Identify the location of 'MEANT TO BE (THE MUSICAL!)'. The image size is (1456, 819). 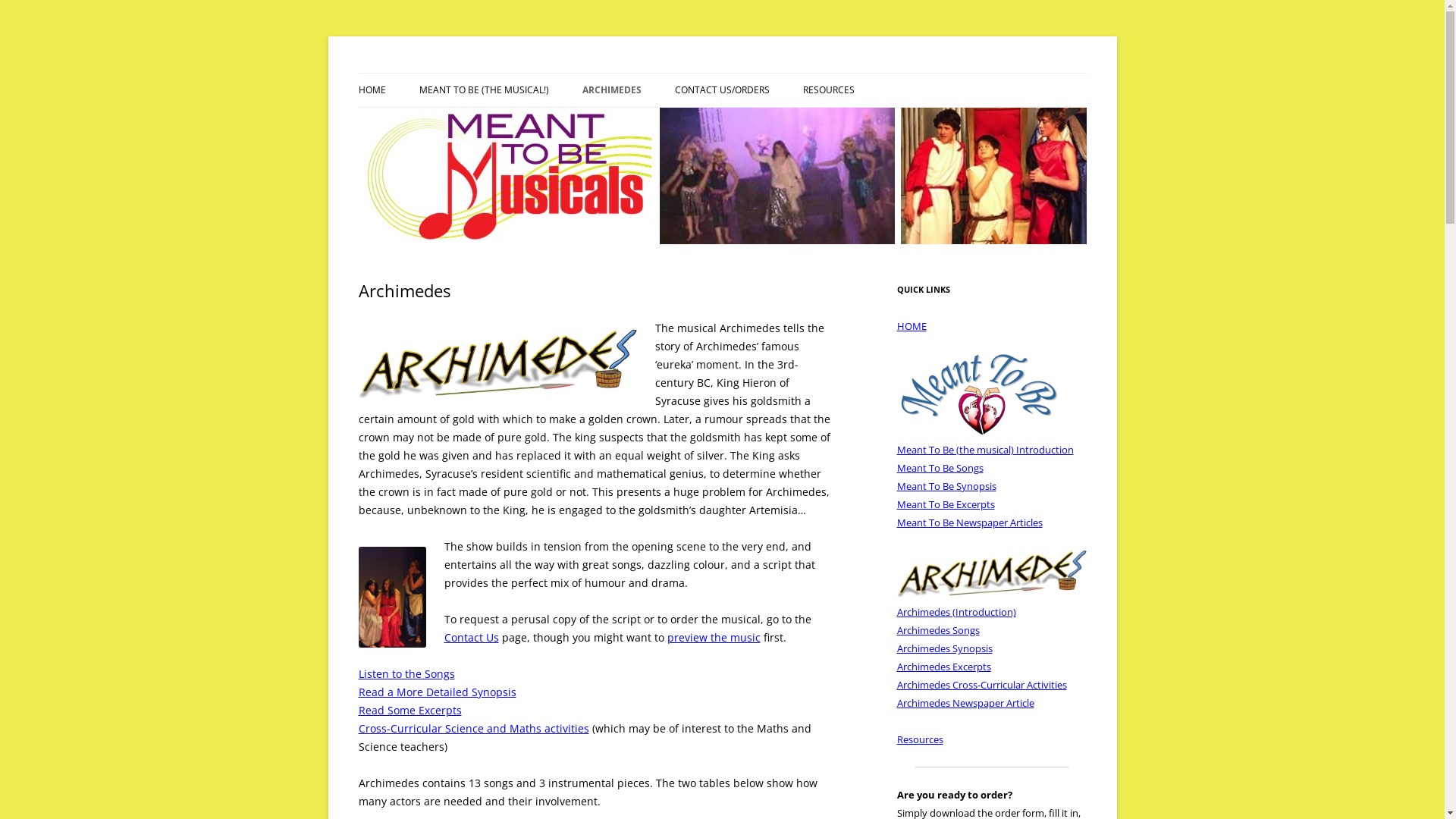
(482, 90).